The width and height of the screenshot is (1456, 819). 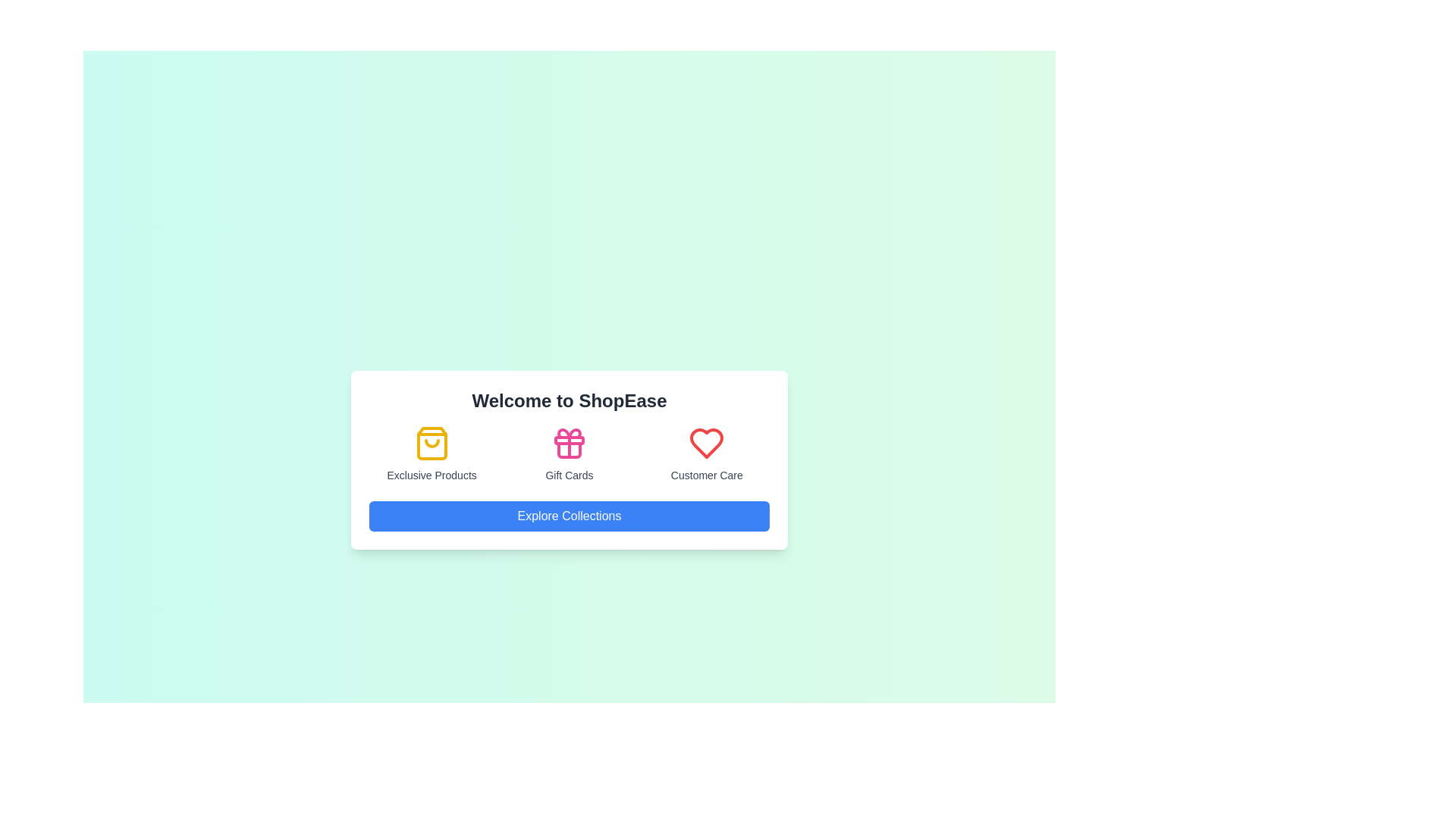 I want to click on the 'Customer Care' informative label with a heart icon located at the bottom-right of the central white card in the interface, so click(x=706, y=453).